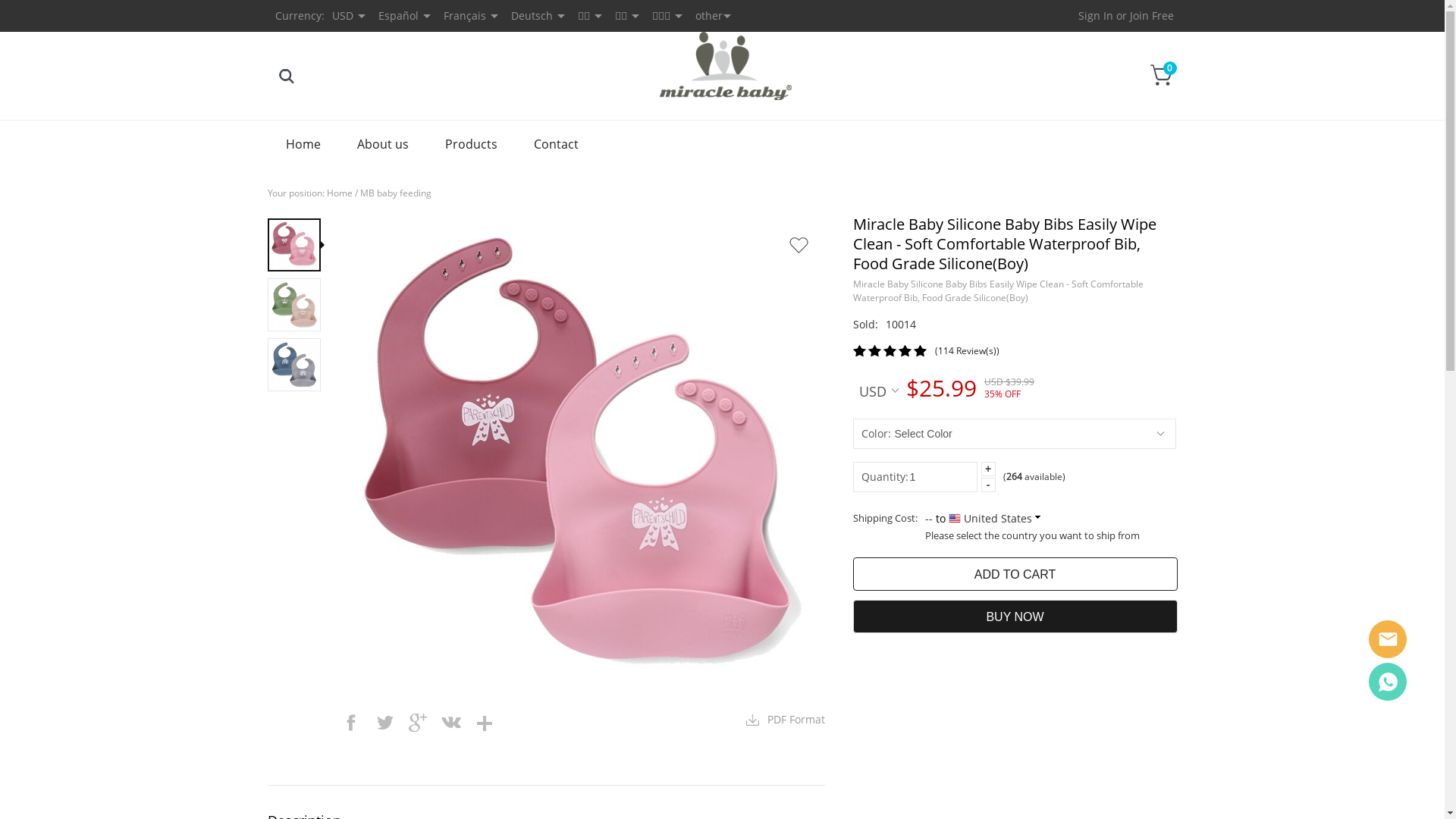 The image size is (1456, 819). What do you see at coordinates (450, 721) in the screenshot?
I see `'vk'` at bounding box center [450, 721].